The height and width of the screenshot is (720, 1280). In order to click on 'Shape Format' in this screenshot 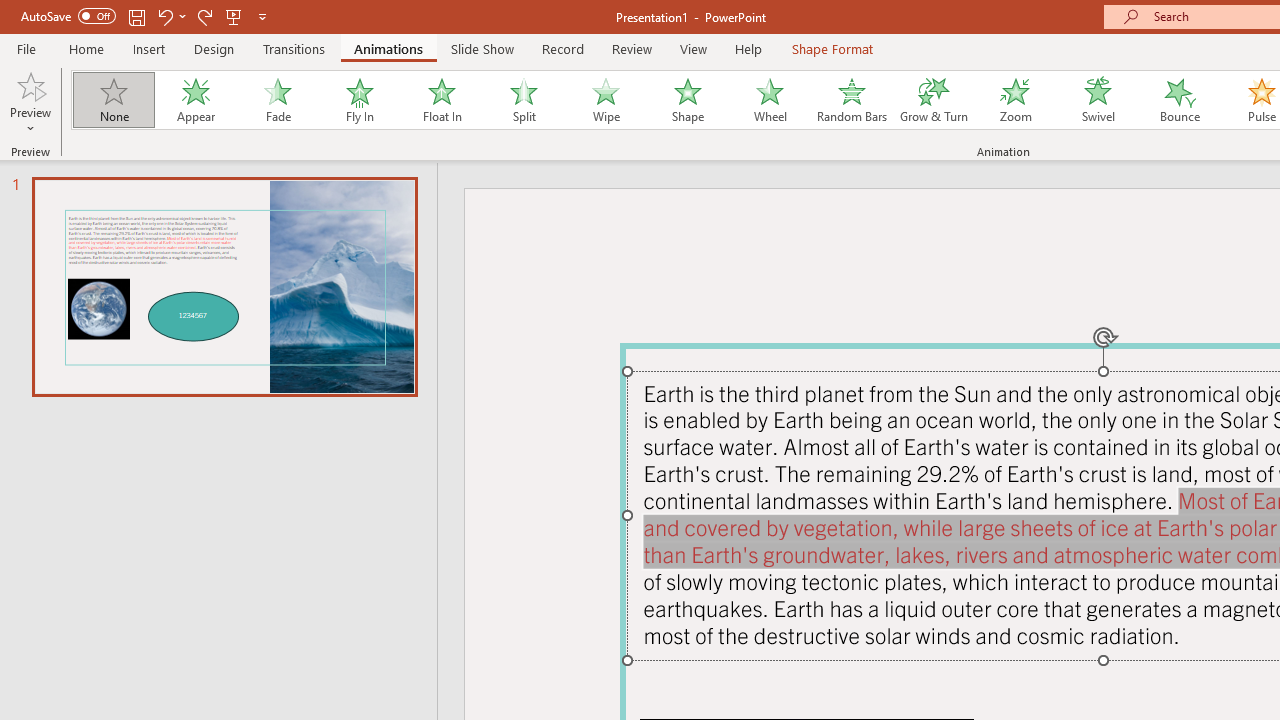, I will do `click(832, 48)`.